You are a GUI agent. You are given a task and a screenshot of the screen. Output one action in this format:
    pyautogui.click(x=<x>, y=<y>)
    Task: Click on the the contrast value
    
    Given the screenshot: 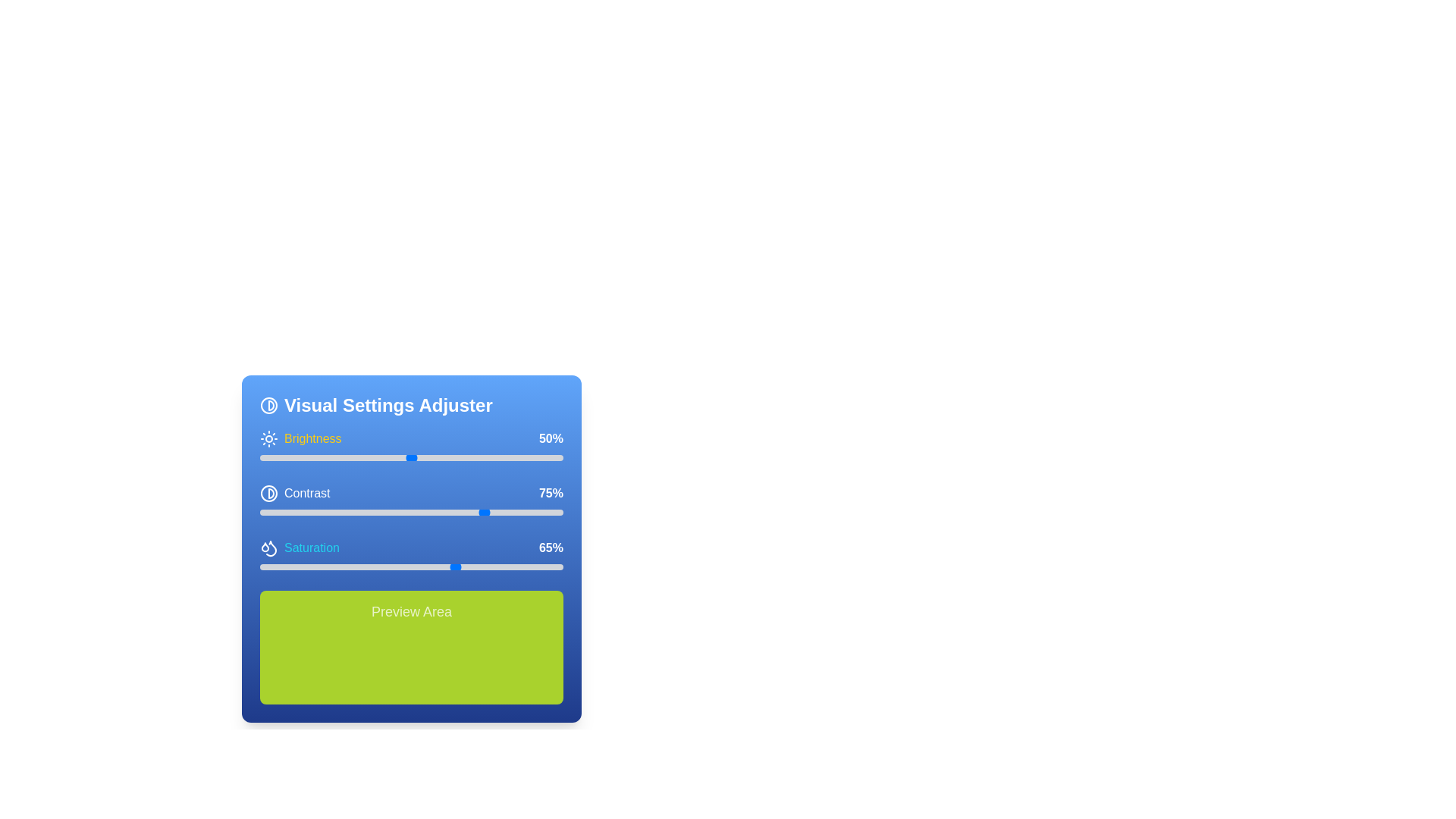 What is the action you would take?
    pyautogui.click(x=472, y=512)
    